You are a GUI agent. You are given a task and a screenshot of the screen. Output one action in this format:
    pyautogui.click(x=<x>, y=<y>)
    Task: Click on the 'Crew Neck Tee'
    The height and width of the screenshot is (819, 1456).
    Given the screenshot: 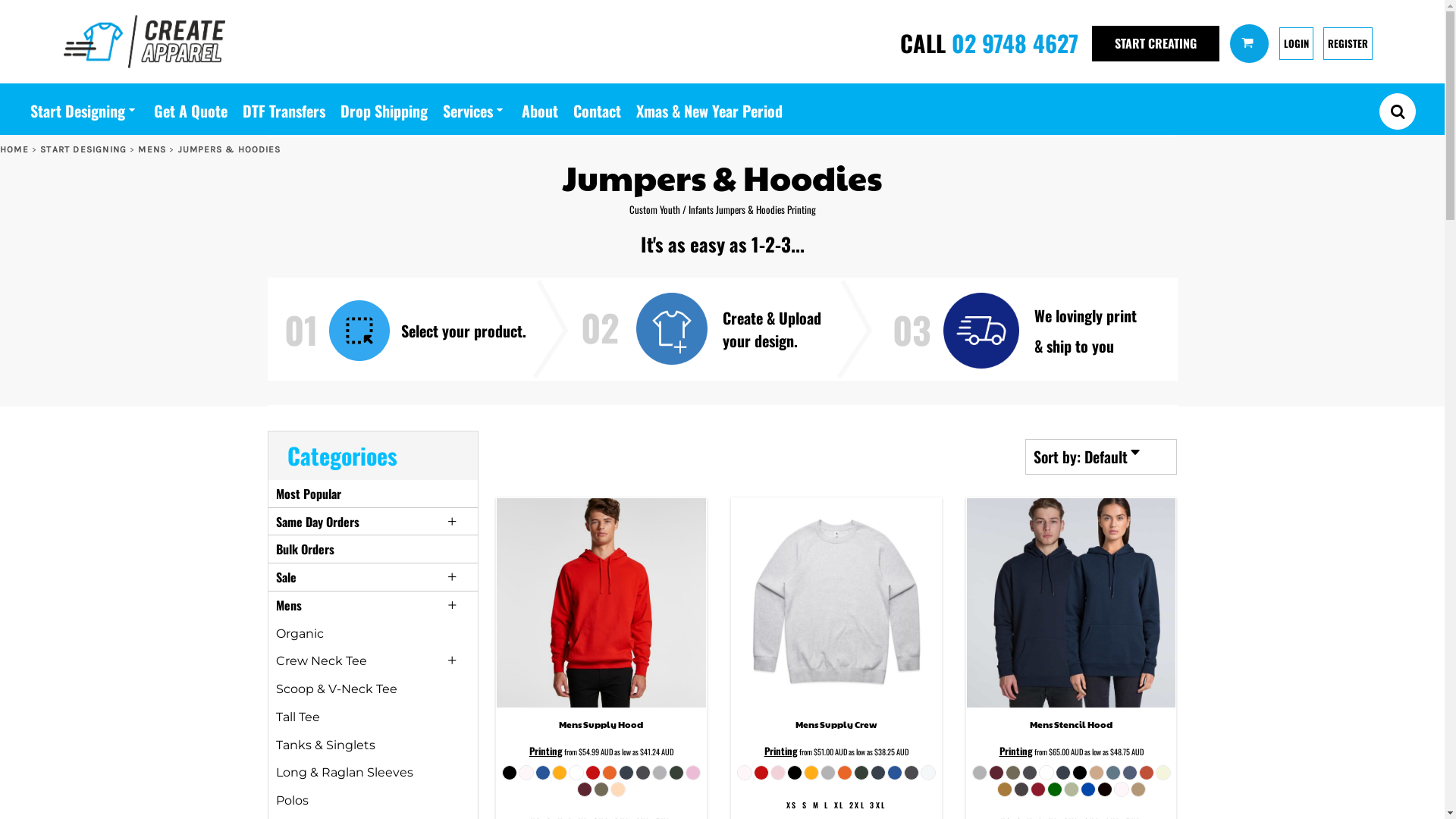 What is the action you would take?
    pyautogui.click(x=320, y=660)
    